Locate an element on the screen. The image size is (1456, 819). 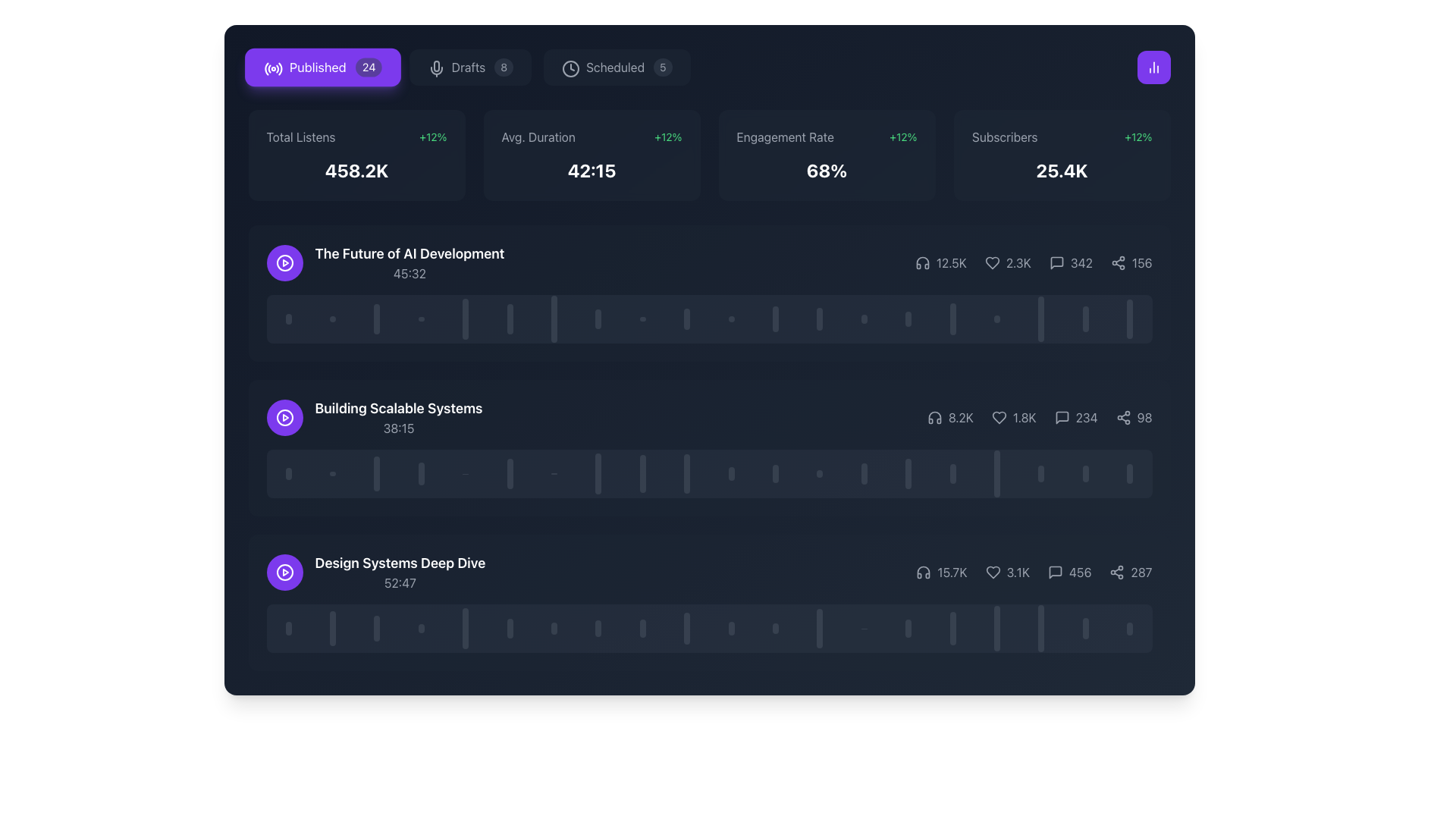
the heart icon, which is positioned between a numeric label on the left and another label on the right in a horizontal icon set is located at coordinates (992, 262).